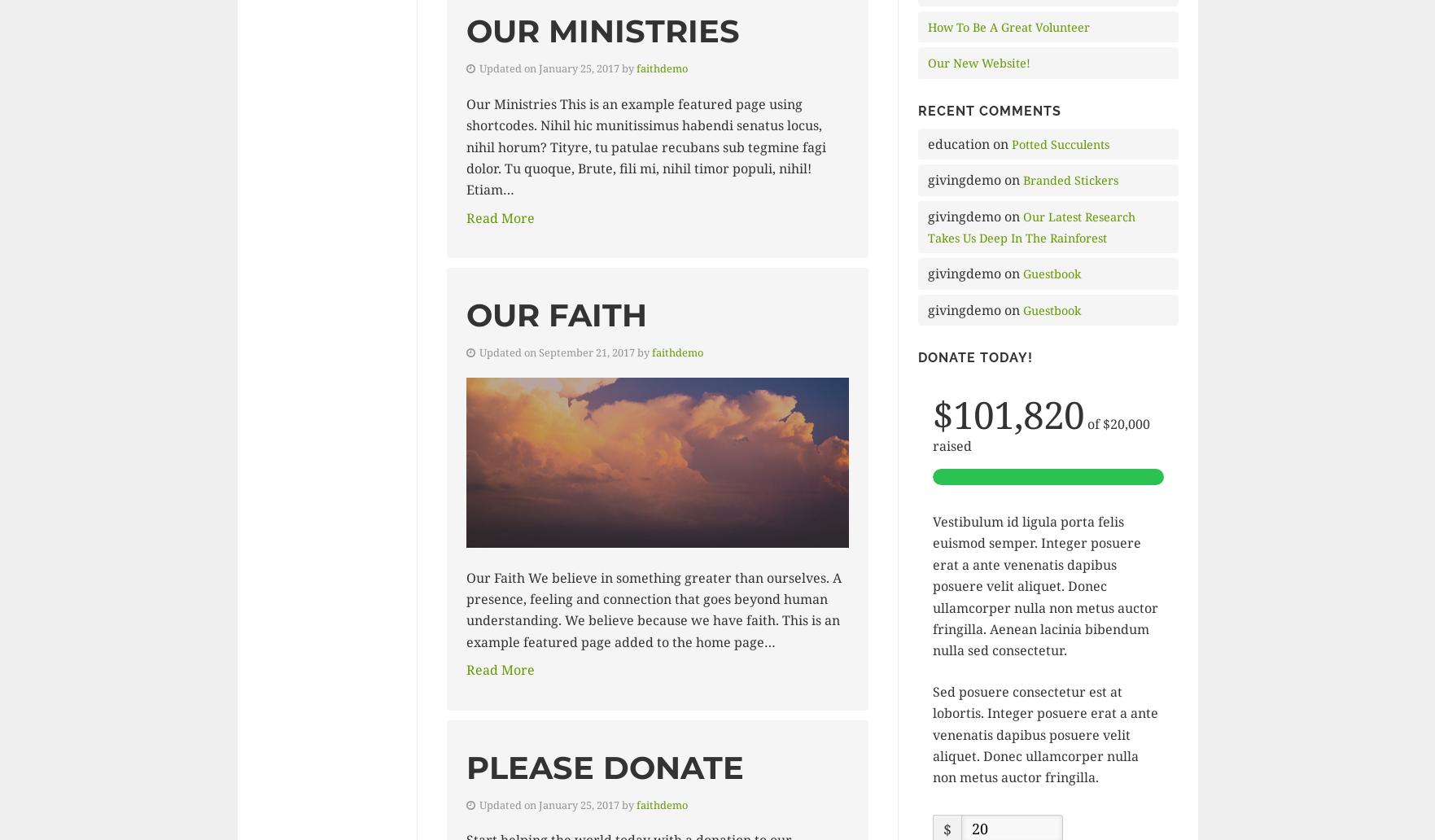 The width and height of the screenshot is (1435, 840). Describe the element at coordinates (604, 766) in the screenshot. I see `'Please Donate'` at that location.